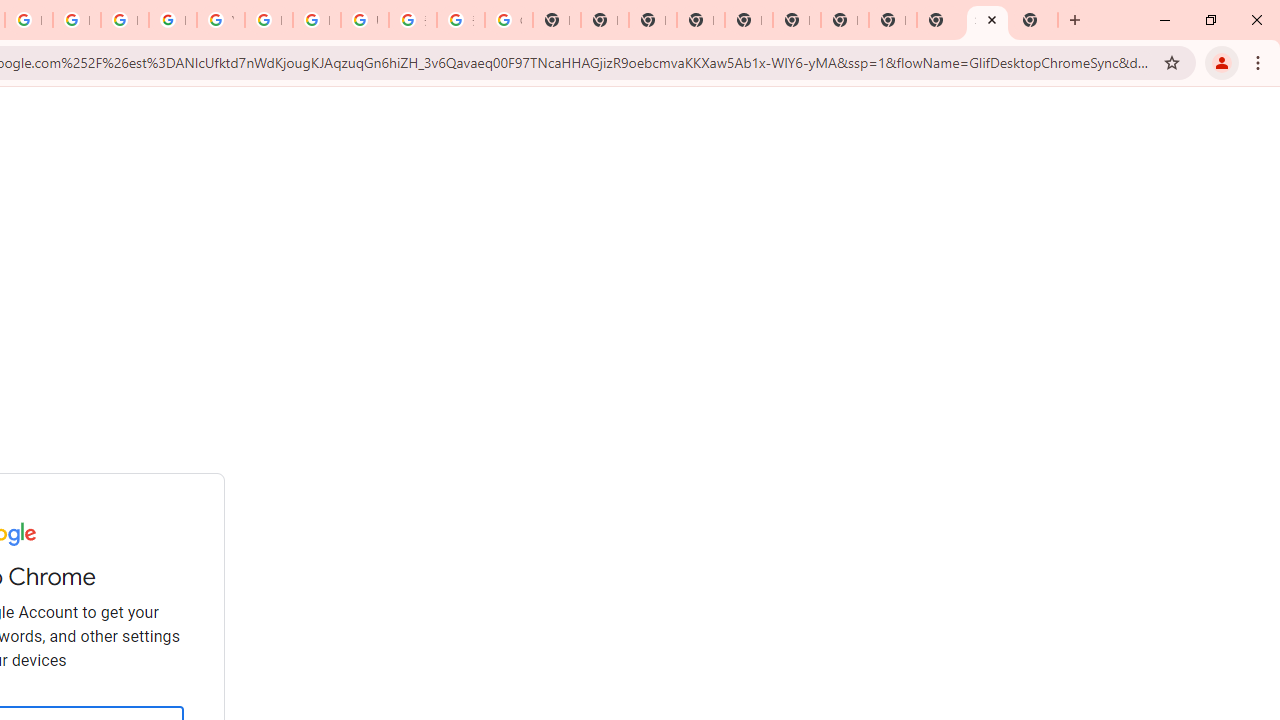  What do you see at coordinates (1034, 20) in the screenshot?
I see `'New Tab'` at bounding box center [1034, 20].